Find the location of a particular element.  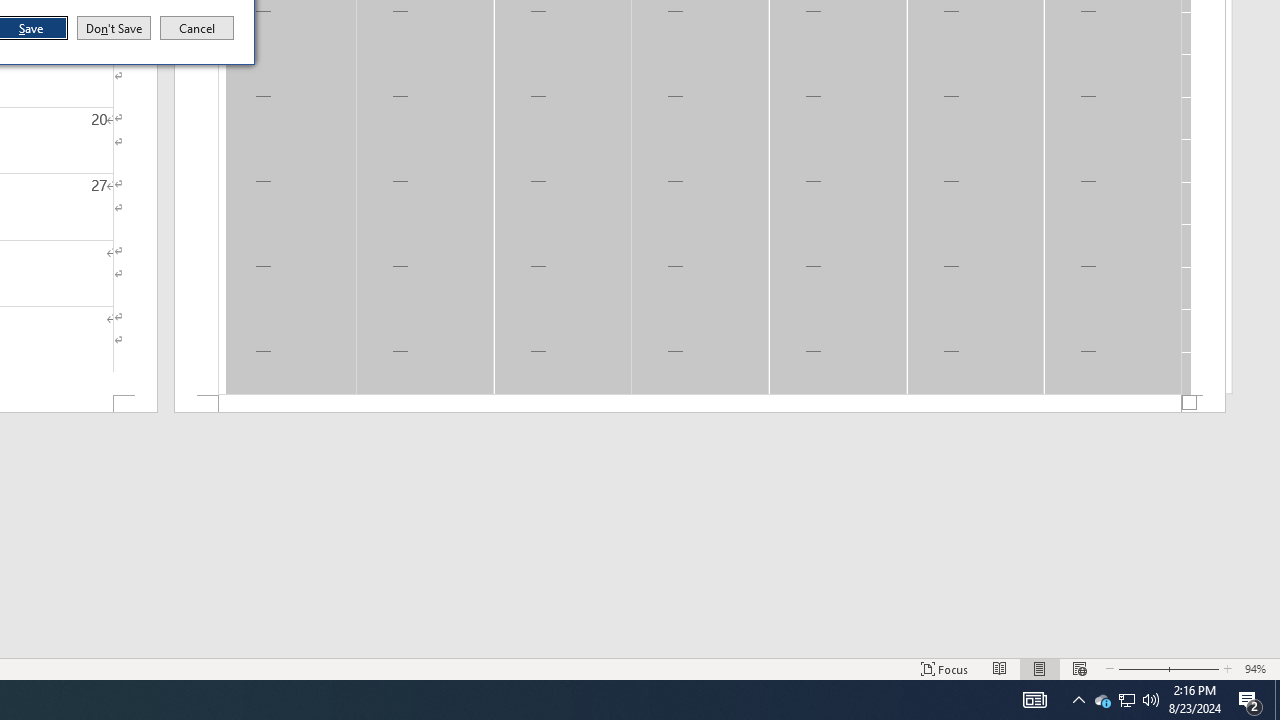

'Notification Chevron' is located at coordinates (1078, 698).